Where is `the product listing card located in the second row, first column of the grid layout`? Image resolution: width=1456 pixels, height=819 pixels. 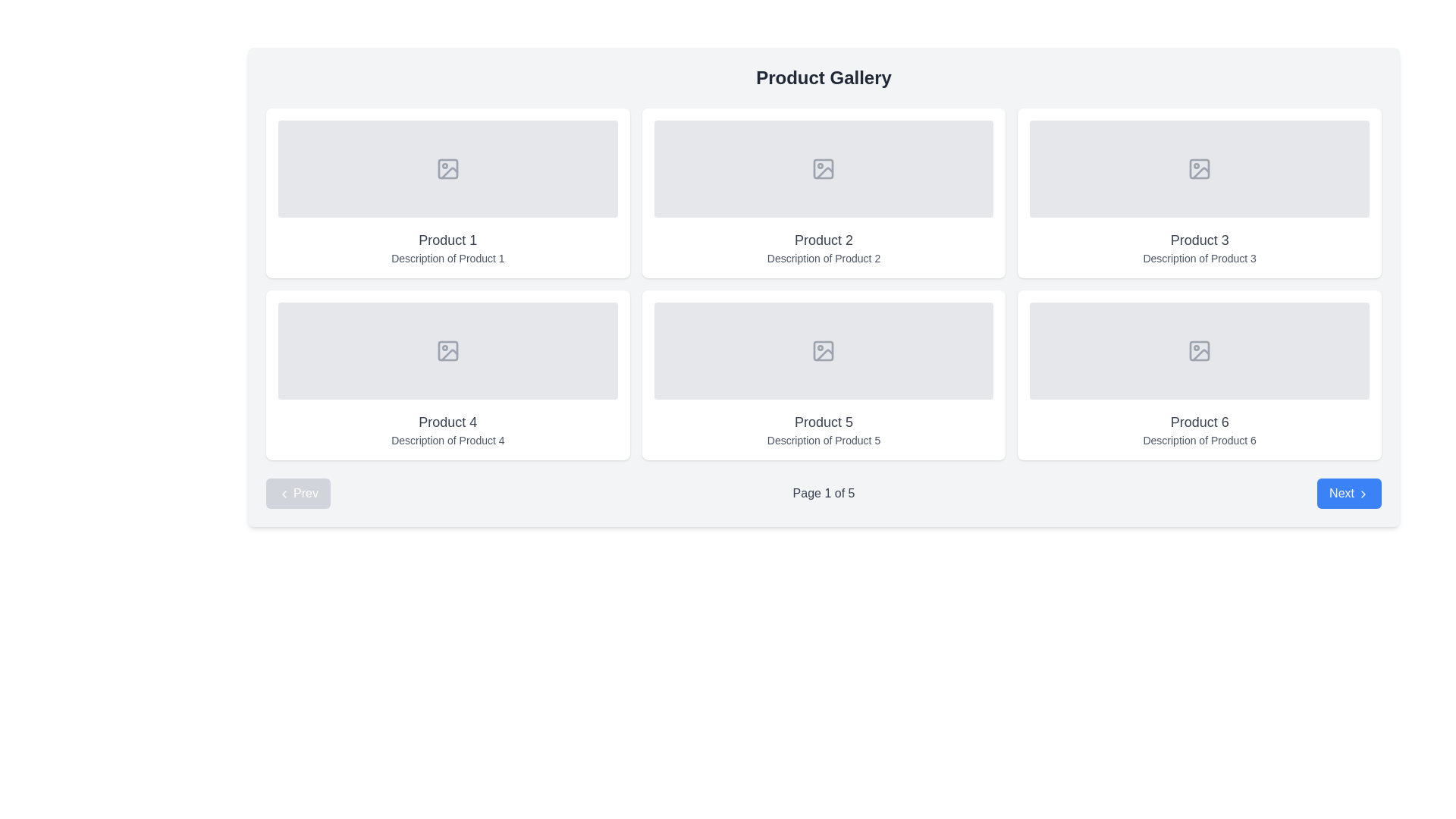 the product listing card located in the second row, first column of the grid layout is located at coordinates (447, 375).